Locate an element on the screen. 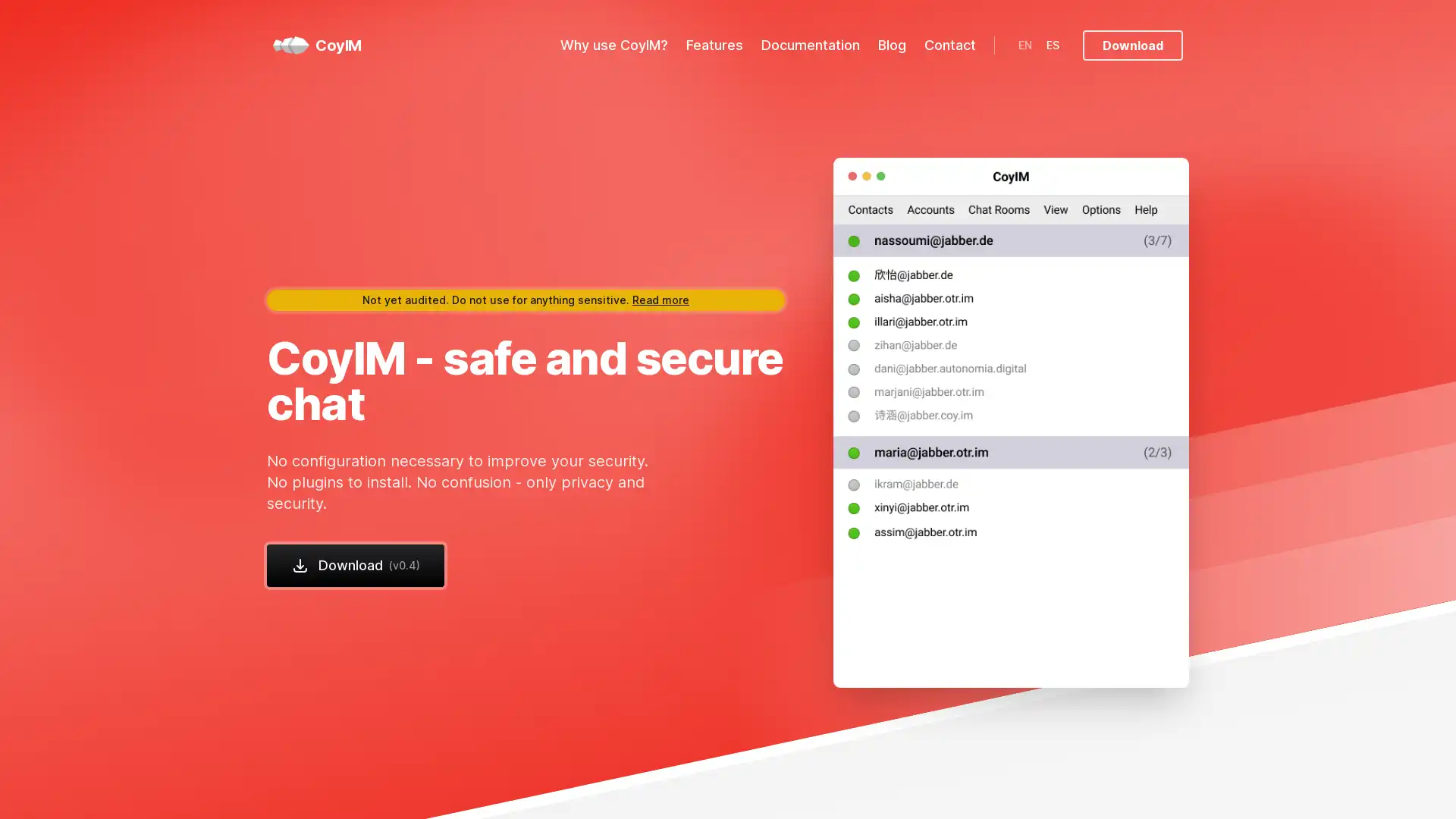  Download (v0.4) is located at coordinates (355, 564).